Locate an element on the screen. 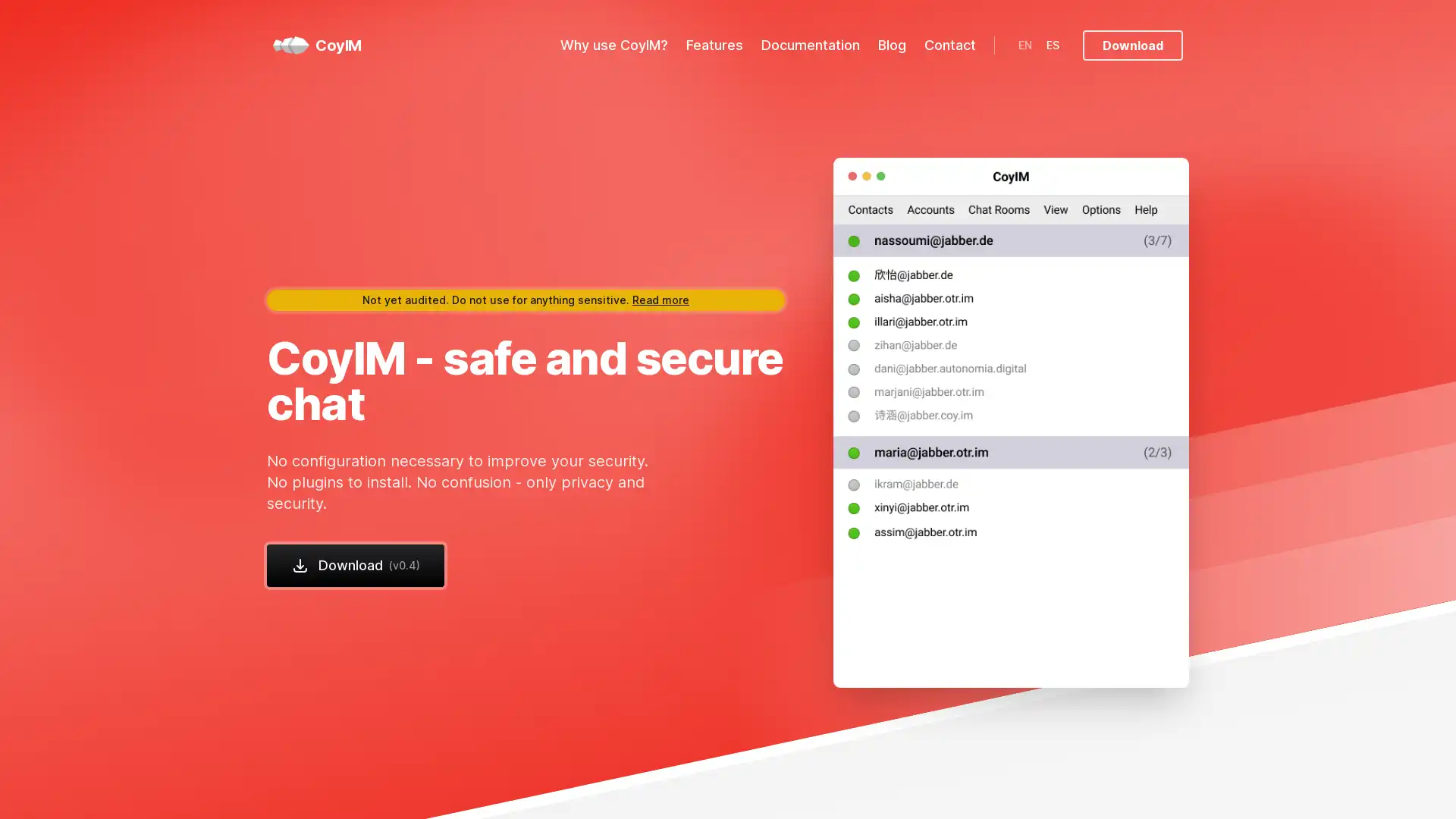  Download (v0.4) is located at coordinates (355, 564).